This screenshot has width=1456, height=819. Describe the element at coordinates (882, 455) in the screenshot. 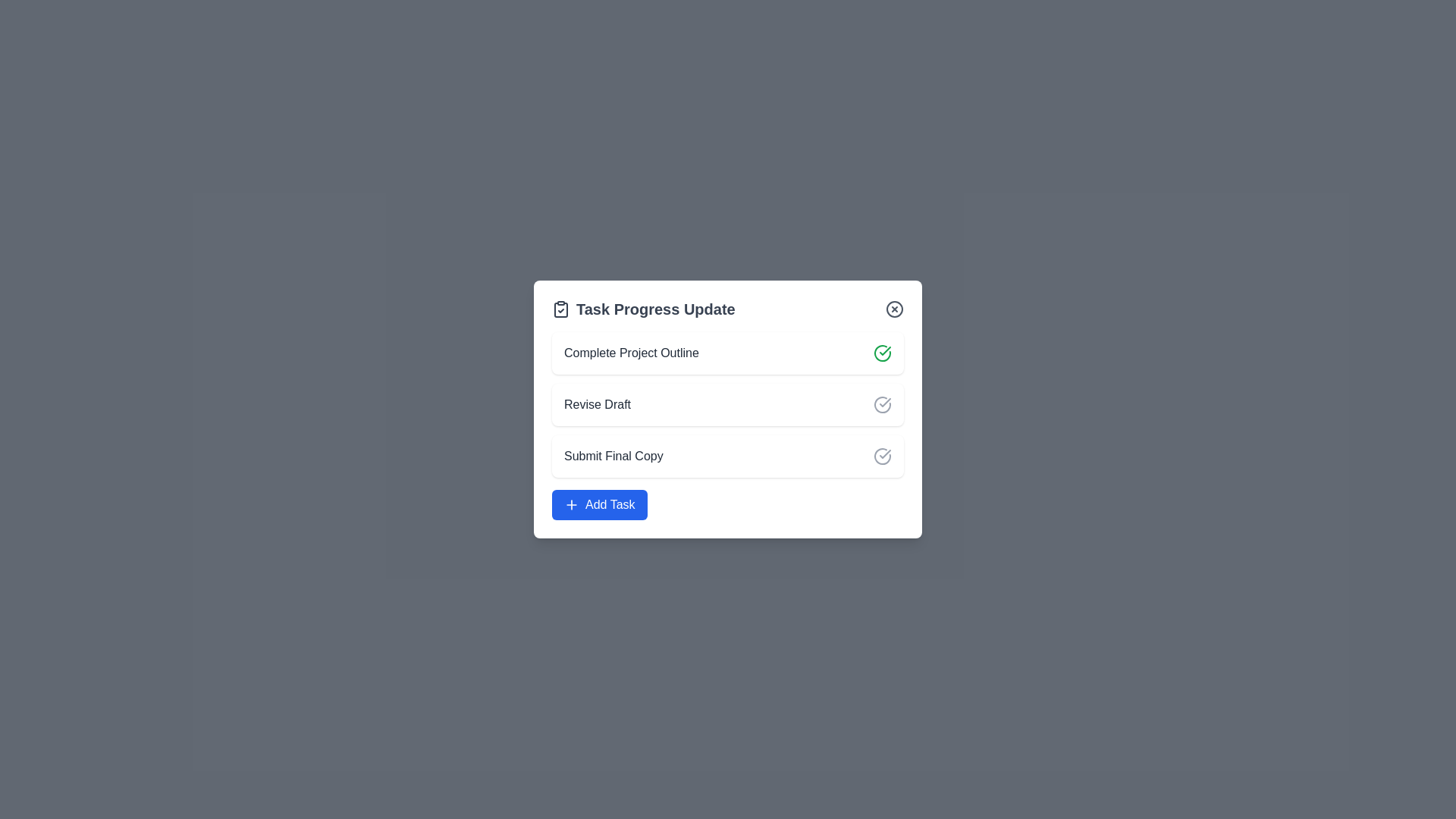

I see `the status icon indicating 'final review or submission pending' next to the 'Submit Final Copy' label` at that location.